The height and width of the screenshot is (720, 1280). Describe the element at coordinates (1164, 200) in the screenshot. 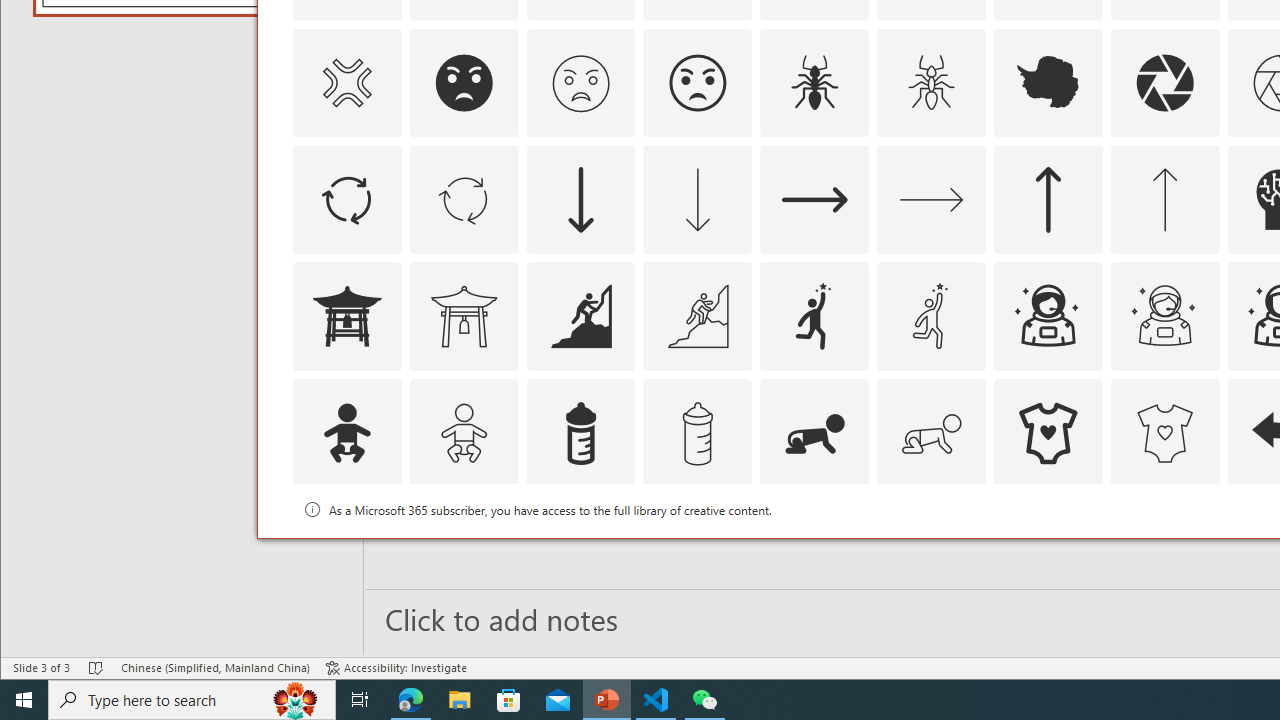

I see `'AutomationID: Icons_ArrowUp_M'` at that location.